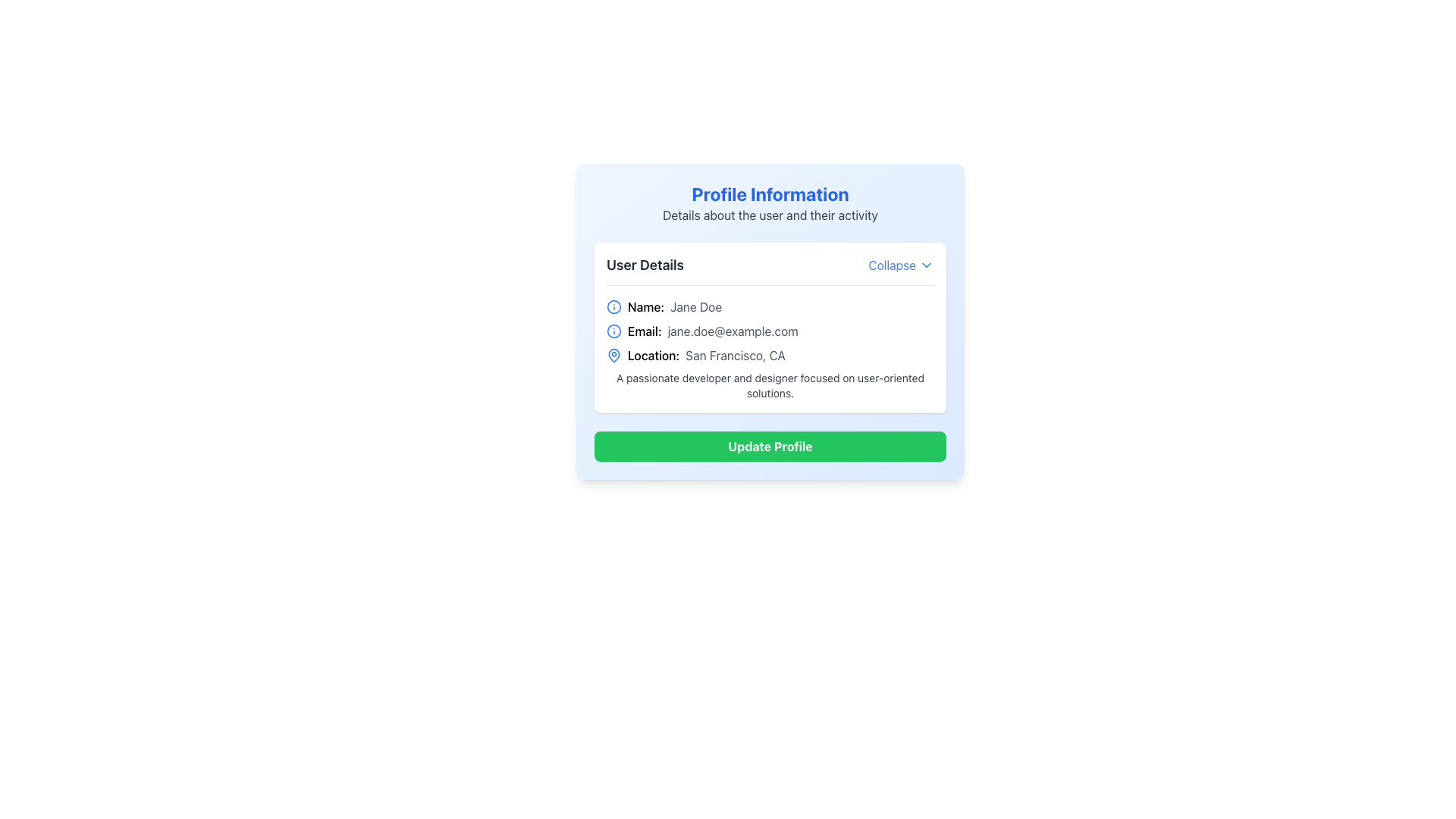 The width and height of the screenshot is (1456, 819). I want to click on the small, blue pin icon that symbolizes a location marker, positioned at the start of the text 'Location: San Francisco, CA' in the 'User Details' section of the profile card, so click(614, 356).